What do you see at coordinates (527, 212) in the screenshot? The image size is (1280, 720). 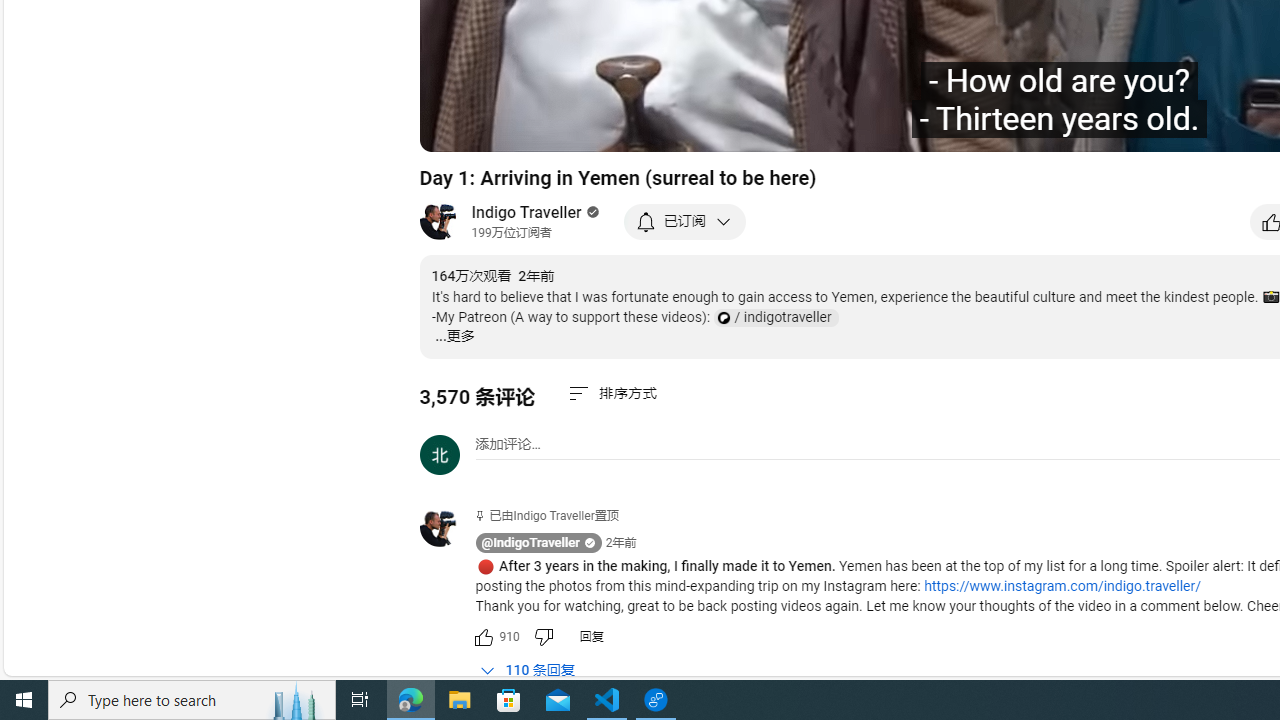 I see `'Indigo Traveller'` at bounding box center [527, 212].